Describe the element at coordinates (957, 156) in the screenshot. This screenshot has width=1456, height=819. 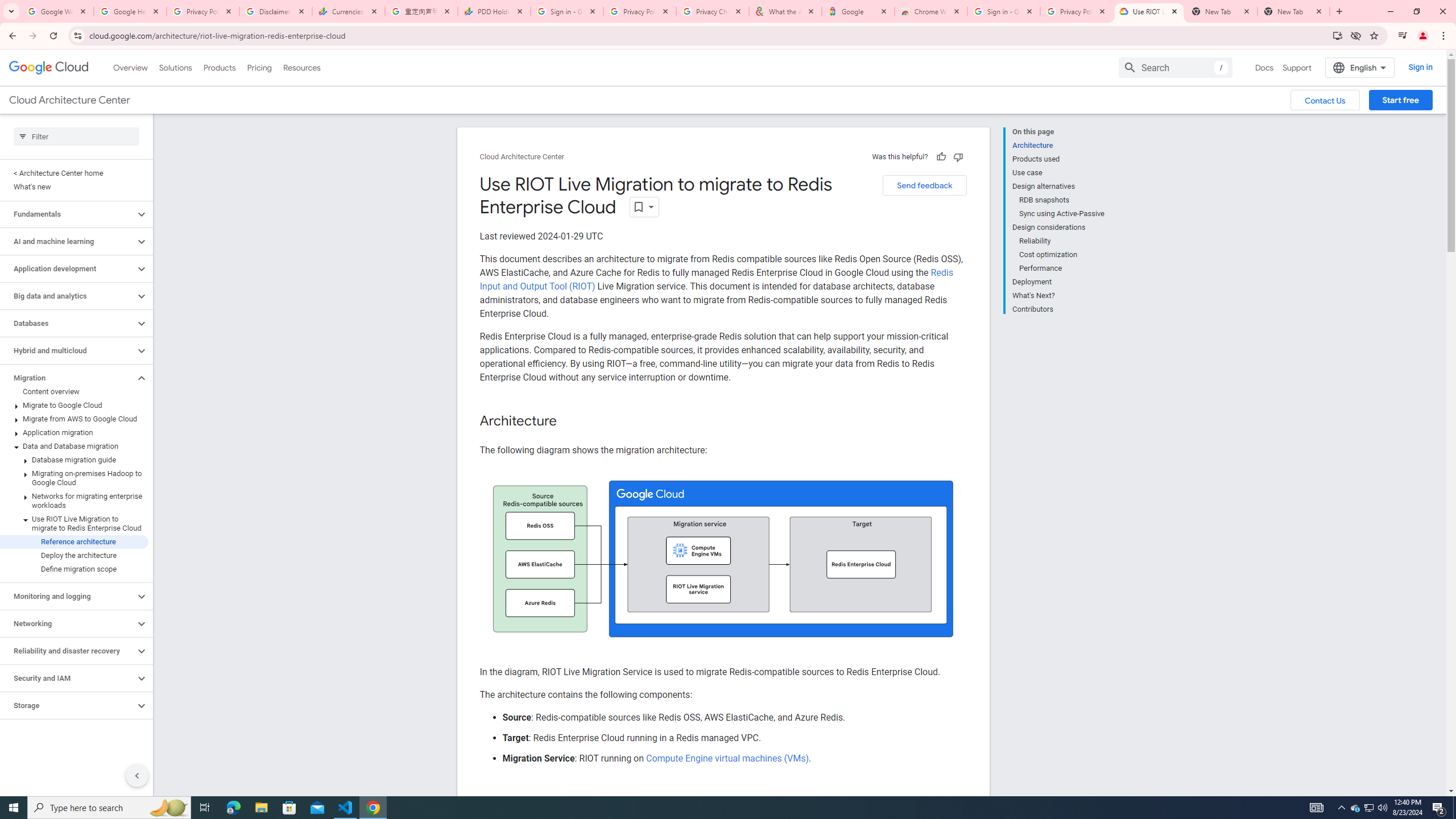
I see `'Not helpful'` at that location.